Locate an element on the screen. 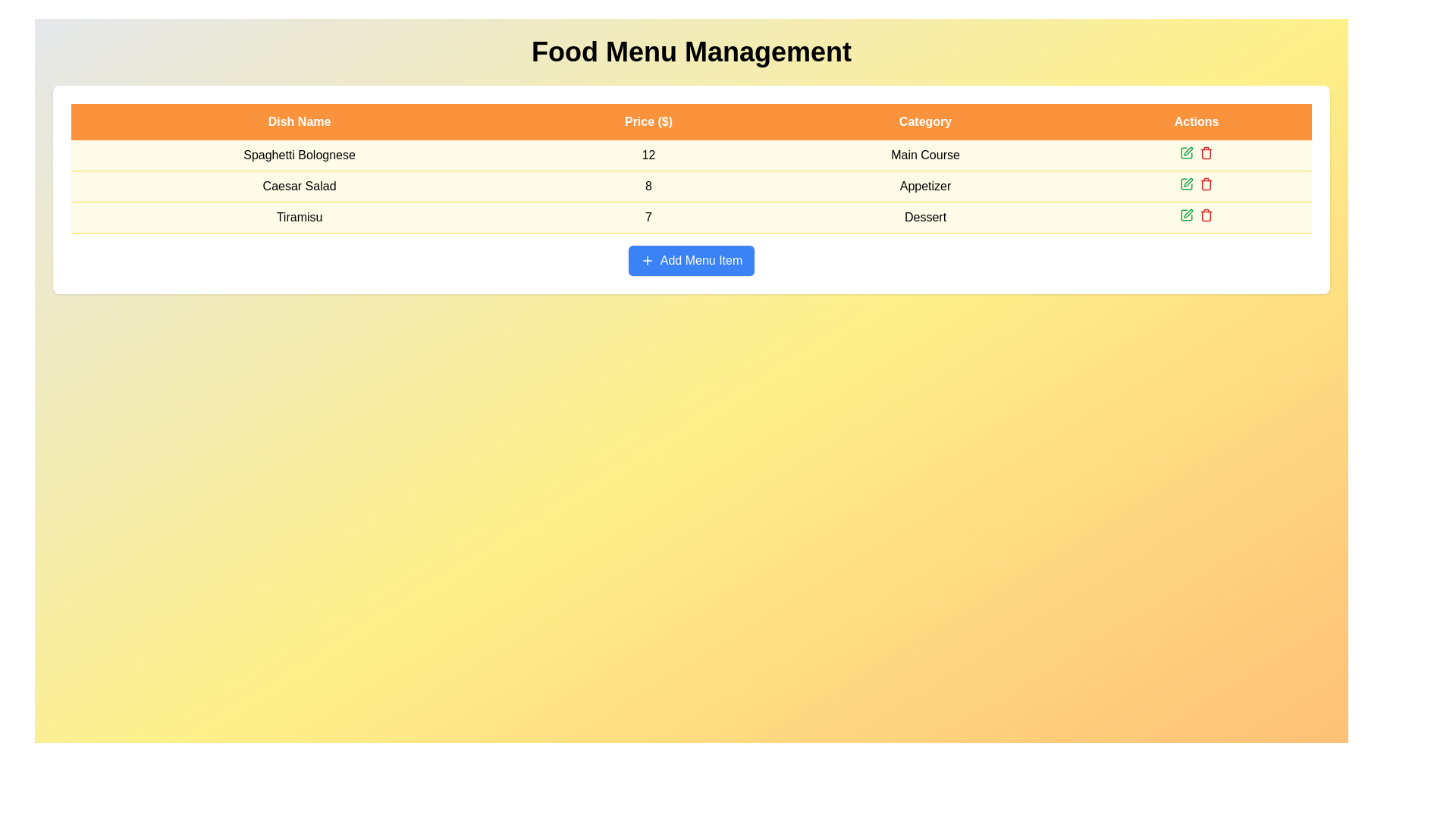 The height and width of the screenshot is (819, 1456). the delete button for the first row in the Actions column, associated with the 'Spaghetti Bolognese' dish is located at coordinates (1206, 152).